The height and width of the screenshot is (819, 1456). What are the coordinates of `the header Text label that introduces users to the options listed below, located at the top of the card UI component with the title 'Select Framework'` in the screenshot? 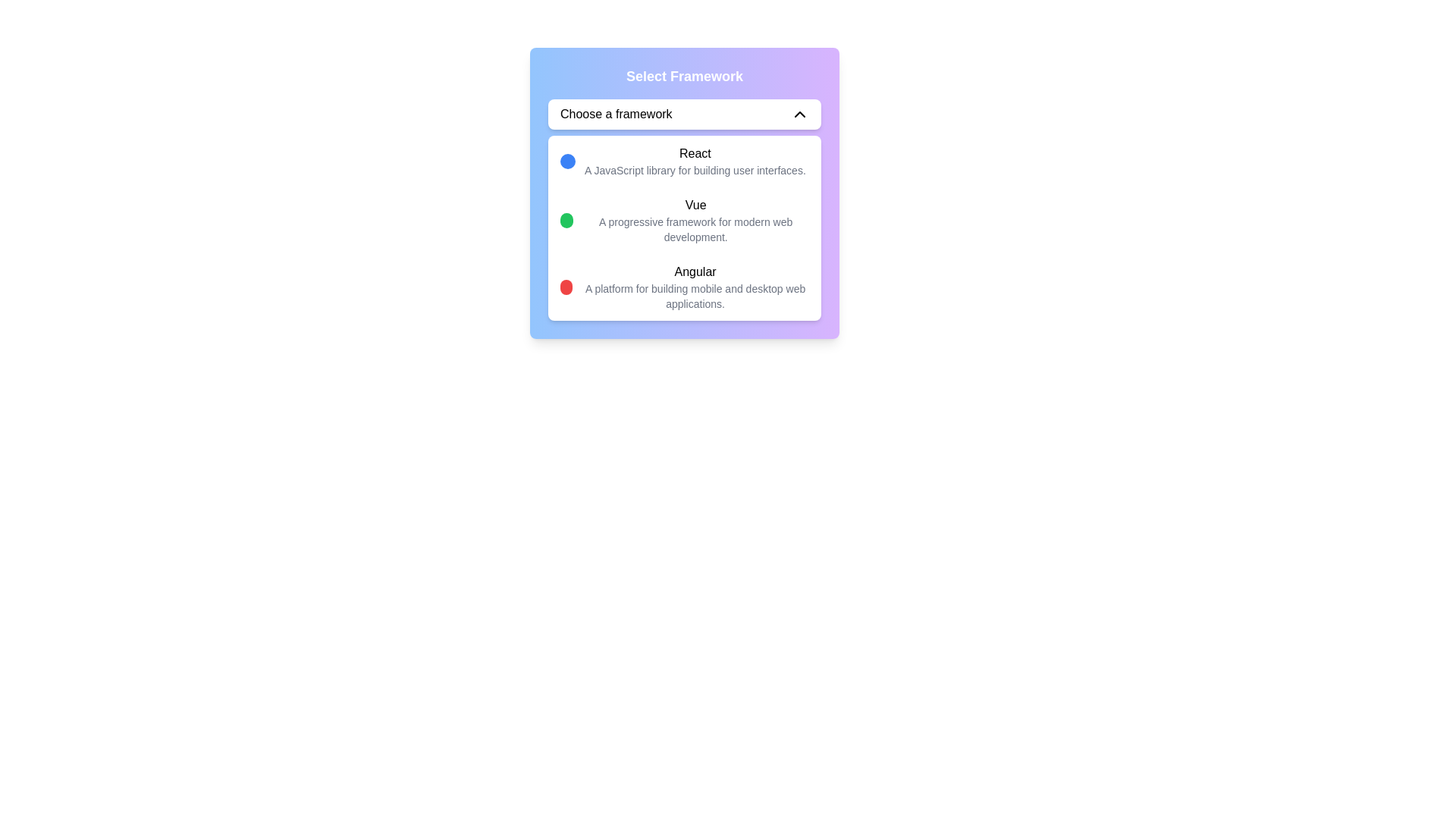 It's located at (683, 76).